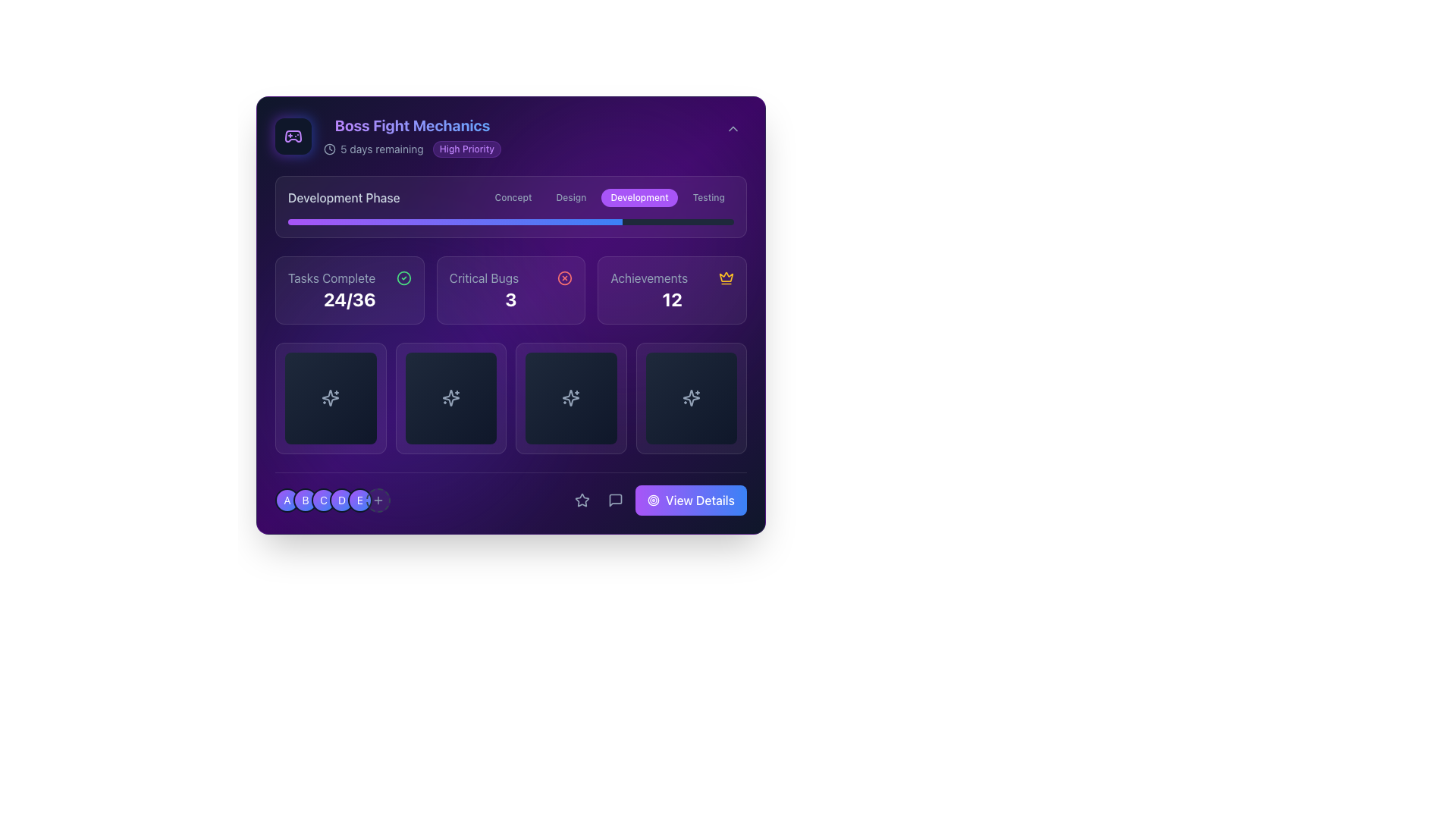 The image size is (1456, 819). What do you see at coordinates (615, 500) in the screenshot?
I see `the light slate colored speech bubble icon button, which is the second interactive icon from the left among three icons in the bottom bar` at bounding box center [615, 500].